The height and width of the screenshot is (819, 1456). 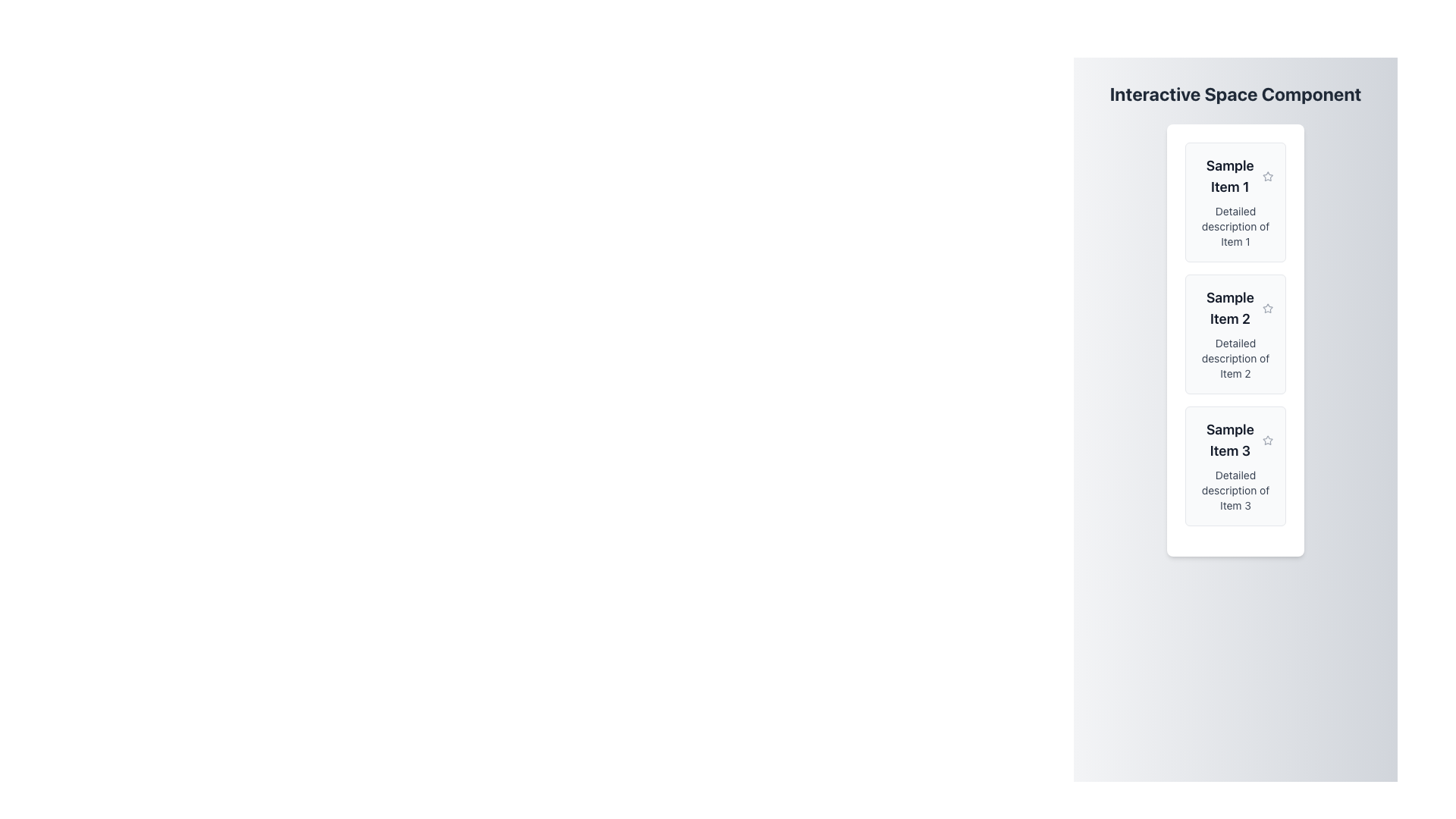 What do you see at coordinates (1267, 175) in the screenshot?
I see `the star icon next to 'Sample Item 1'` at bounding box center [1267, 175].